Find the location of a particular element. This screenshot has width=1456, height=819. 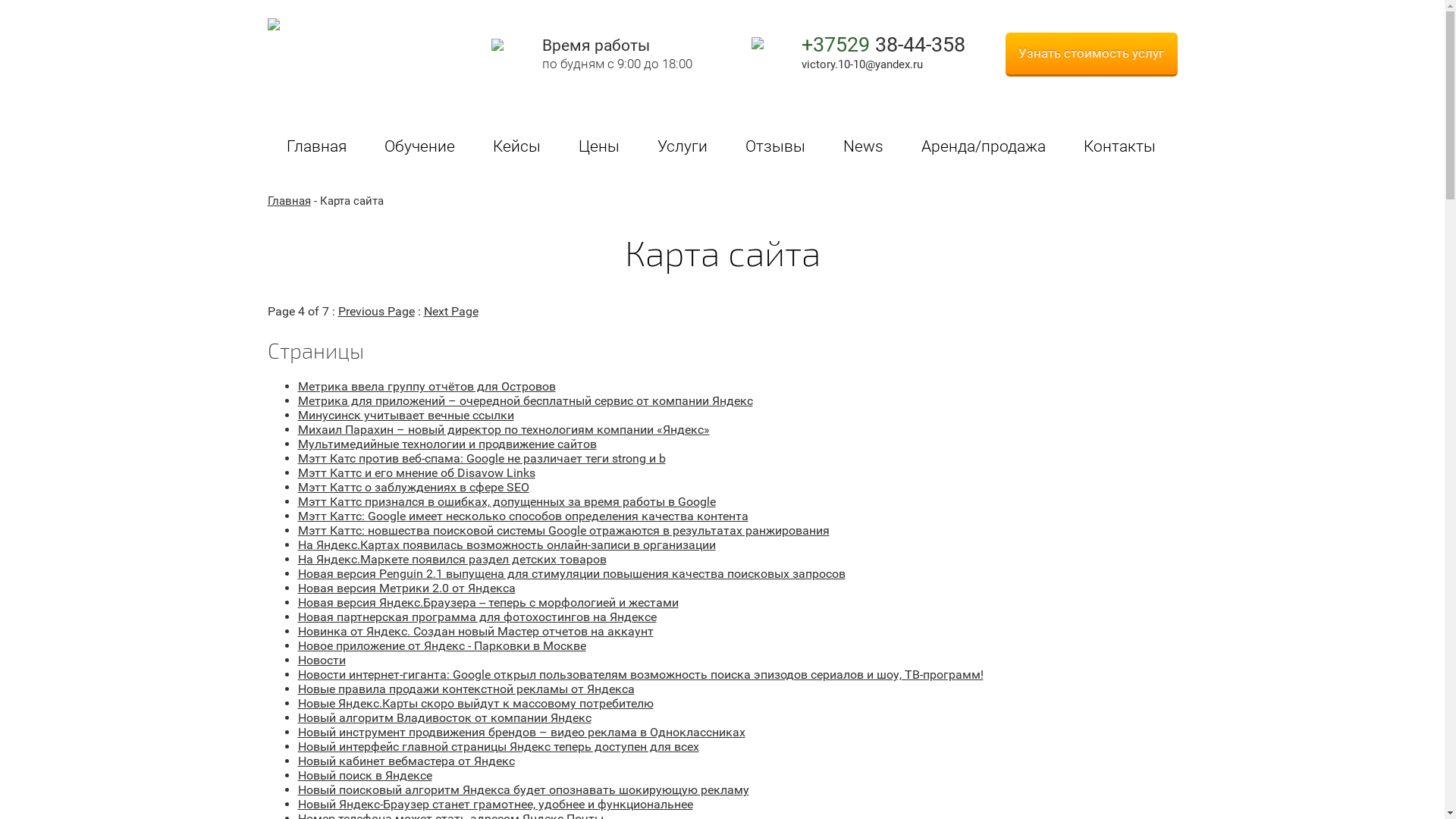

'News' is located at coordinates (822, 148).